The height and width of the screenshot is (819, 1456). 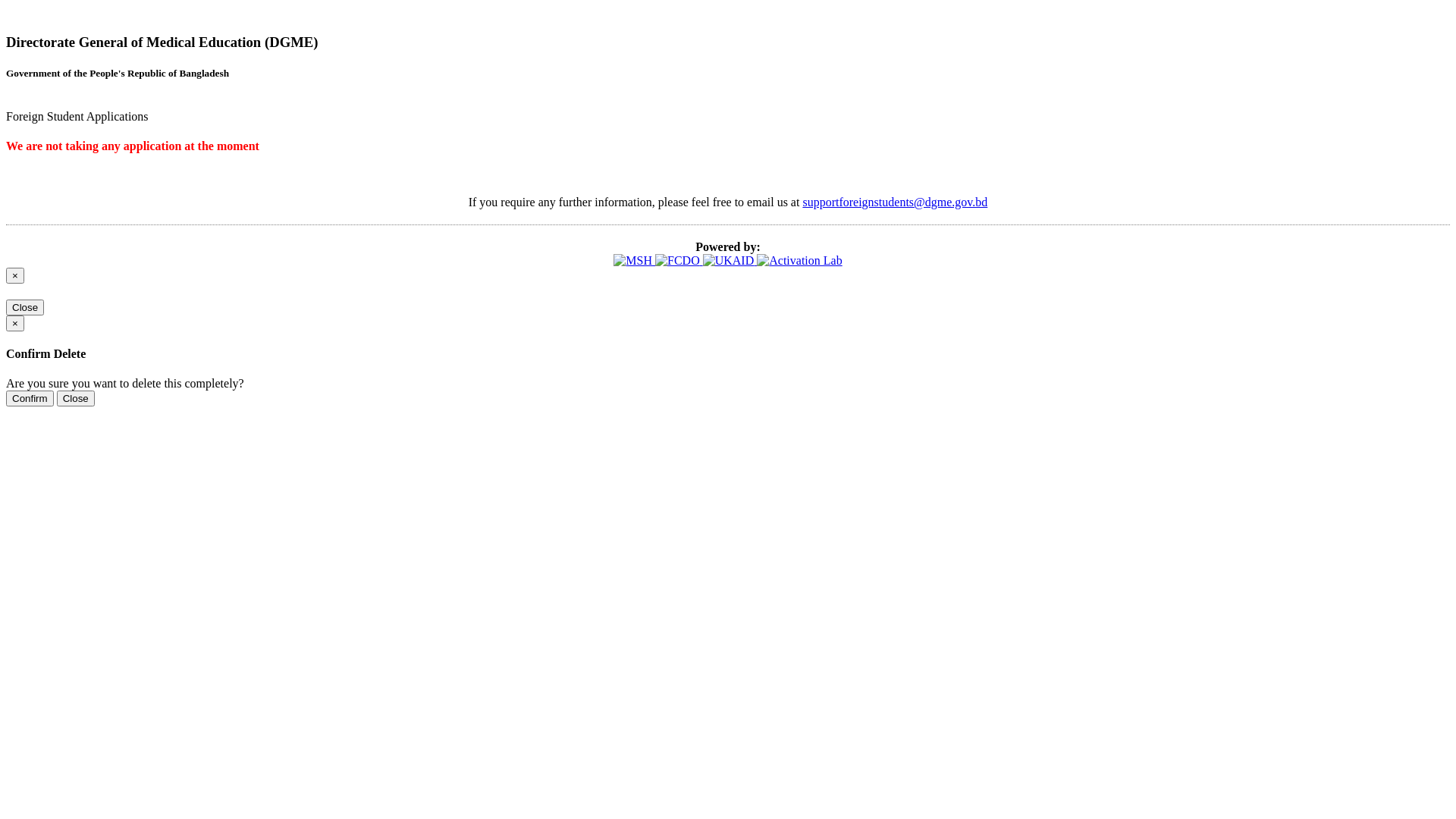 What do you see at coordinates (895, 201) in the screenshot?
I see `'supportforeignstudents@dgme.gov.bd'` at bounding box center [895, 201].